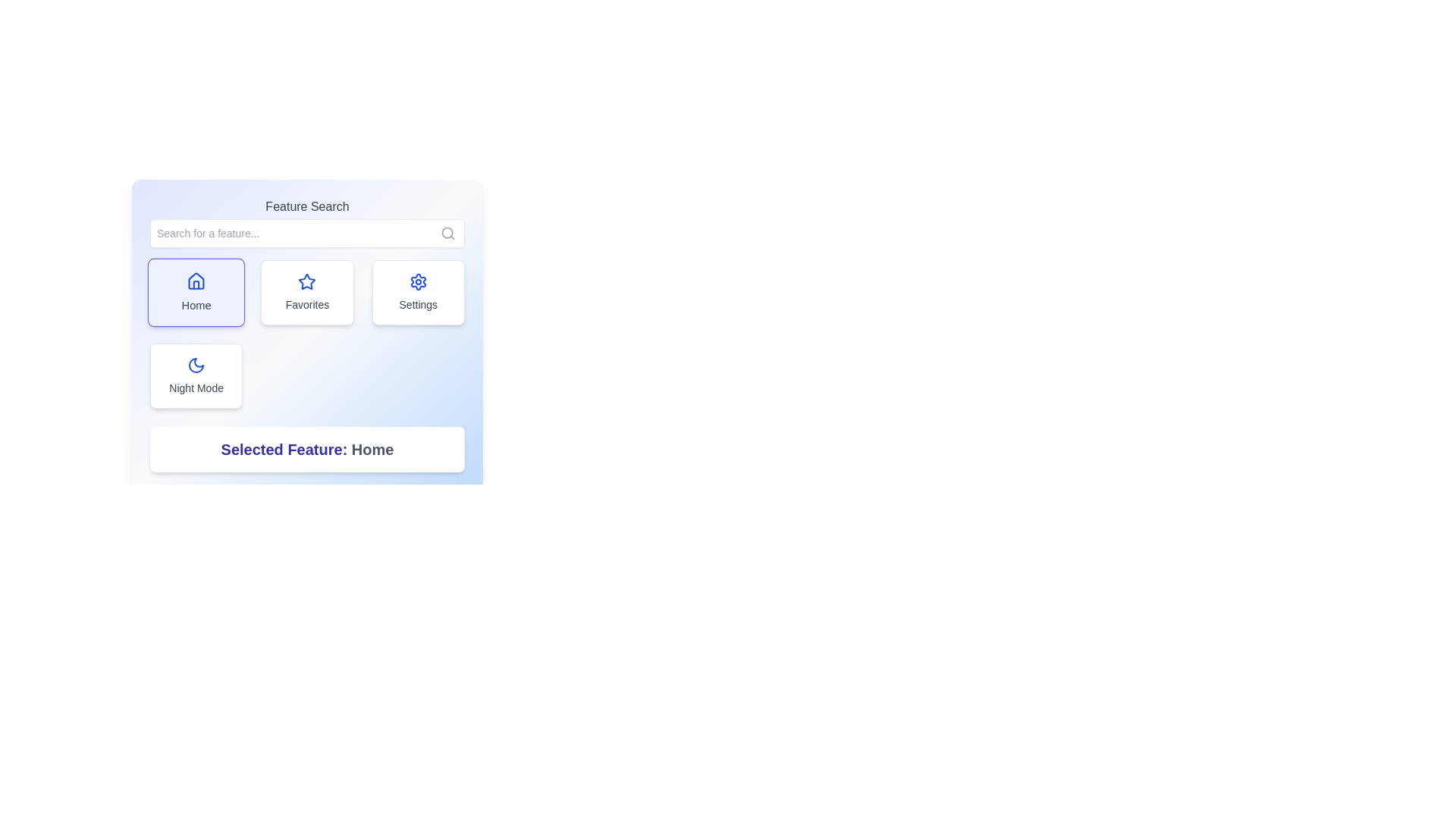 Image resolution: width=1456 pixels, height=819 pixels. Describe the element at coordinates (306, 281) in the screenshot. I see `the Favorites SVG icon located in the second button of the top row of a three-button grid` at that location.